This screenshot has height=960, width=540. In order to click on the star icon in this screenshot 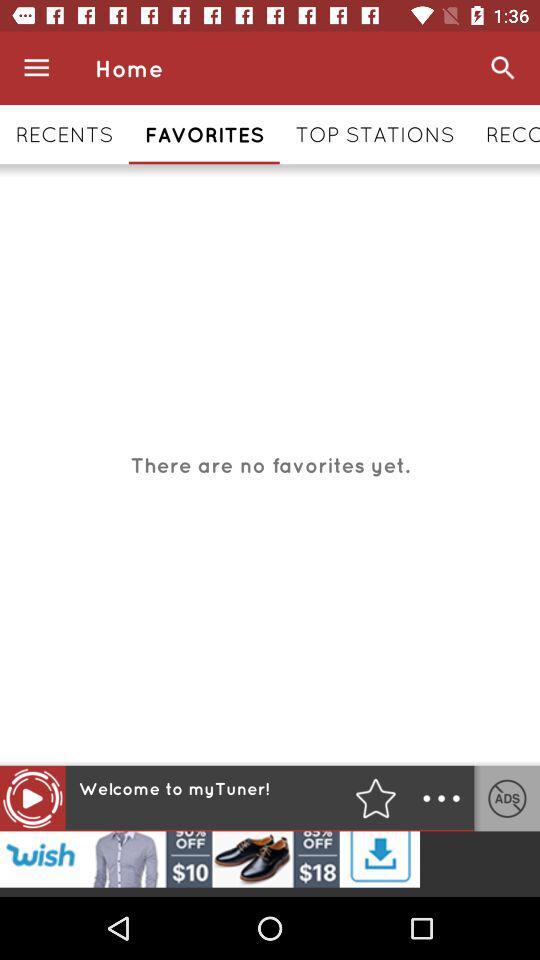, I will do `click(375, 798)`.